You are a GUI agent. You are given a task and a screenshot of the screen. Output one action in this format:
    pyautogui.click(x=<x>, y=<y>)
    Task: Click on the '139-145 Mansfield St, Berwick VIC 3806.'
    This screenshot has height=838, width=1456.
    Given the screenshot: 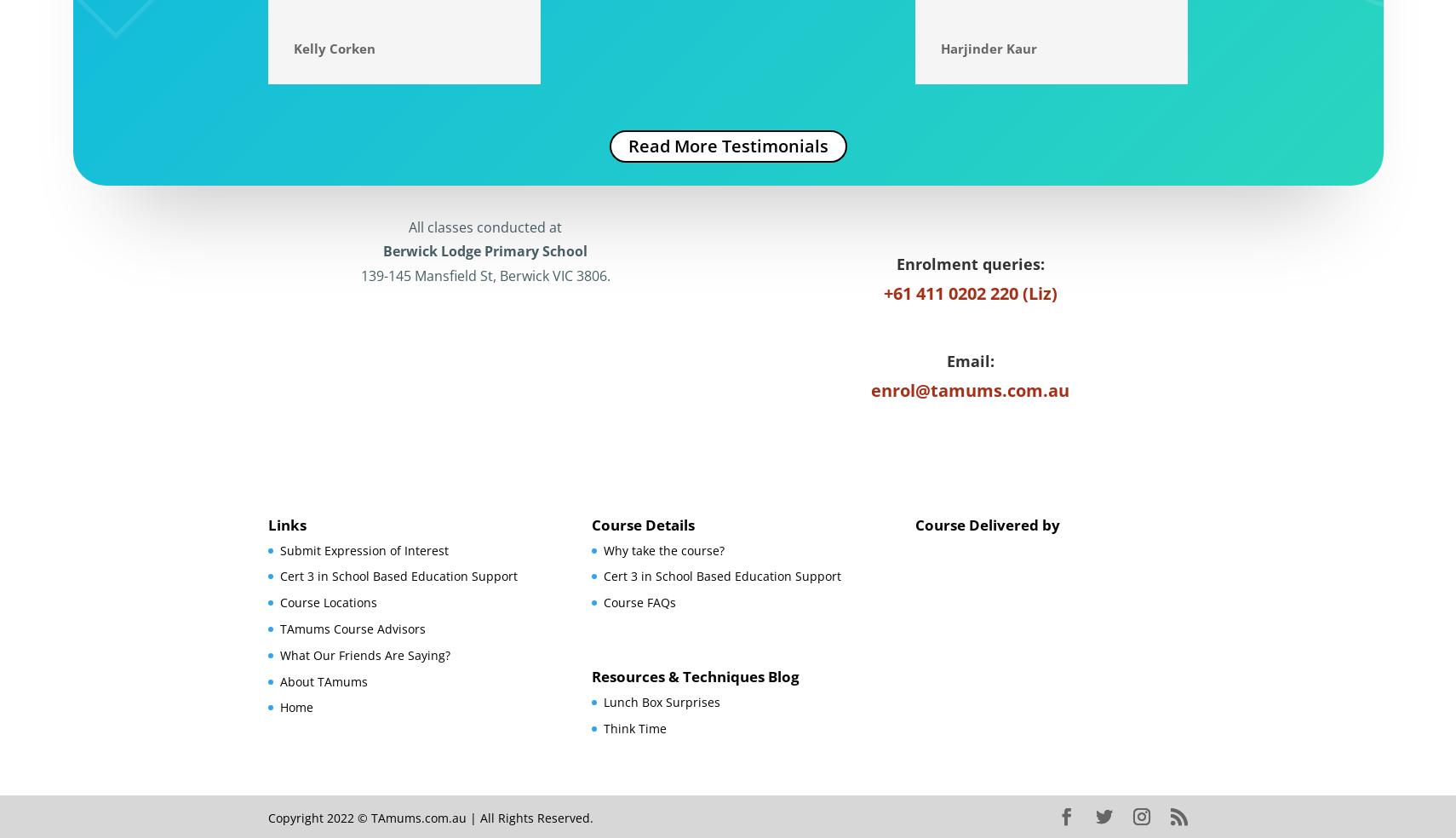 What is the action you would take?
    pyautogui.click(x=484, y=275)
    